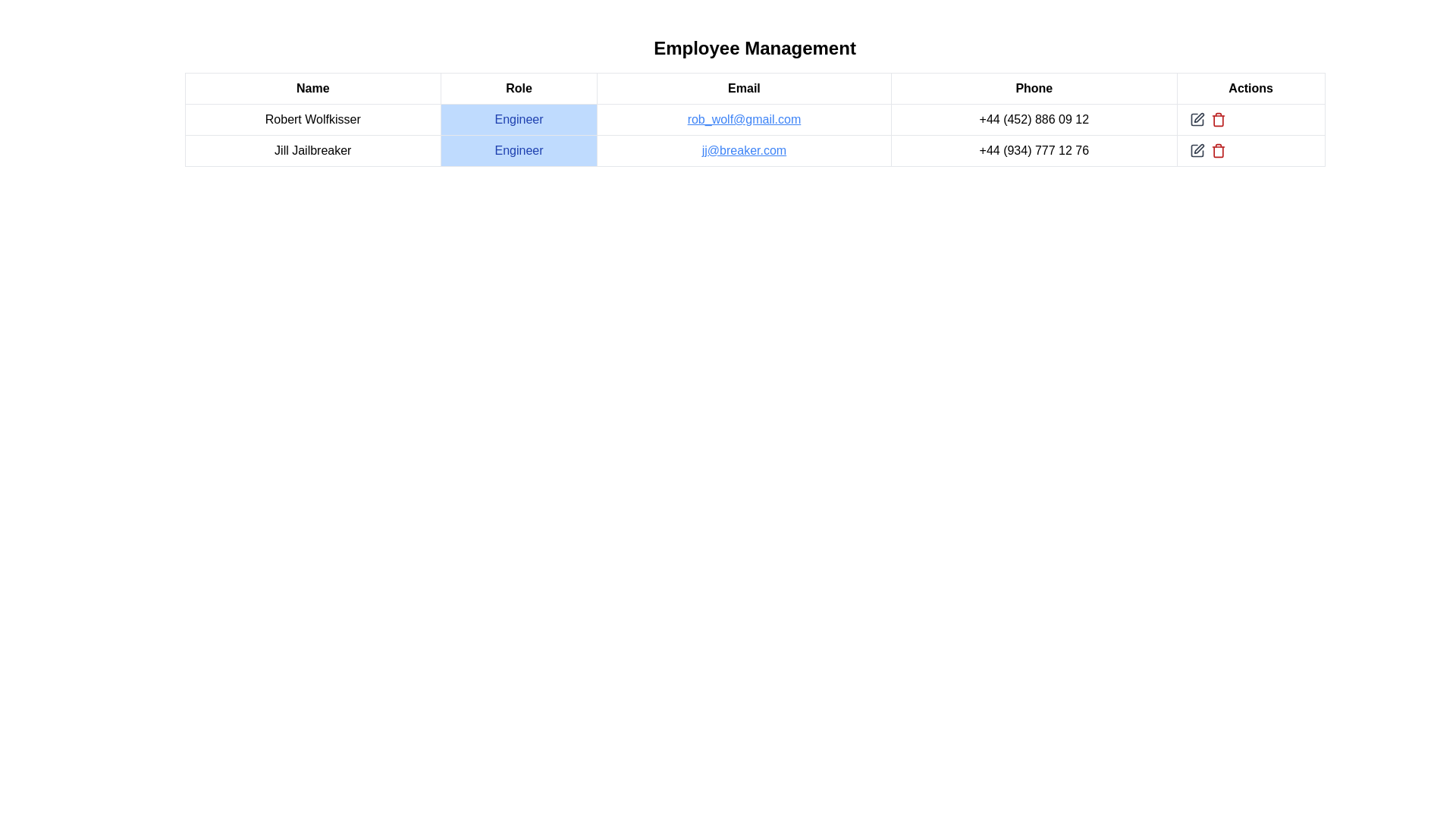 This screenshot has width=1456, height=819. Describe the element at coordinates (1196, 151) in the screenshot. I see `the edit icon button located in the 'Actions' column of the second row in the table` at that location.